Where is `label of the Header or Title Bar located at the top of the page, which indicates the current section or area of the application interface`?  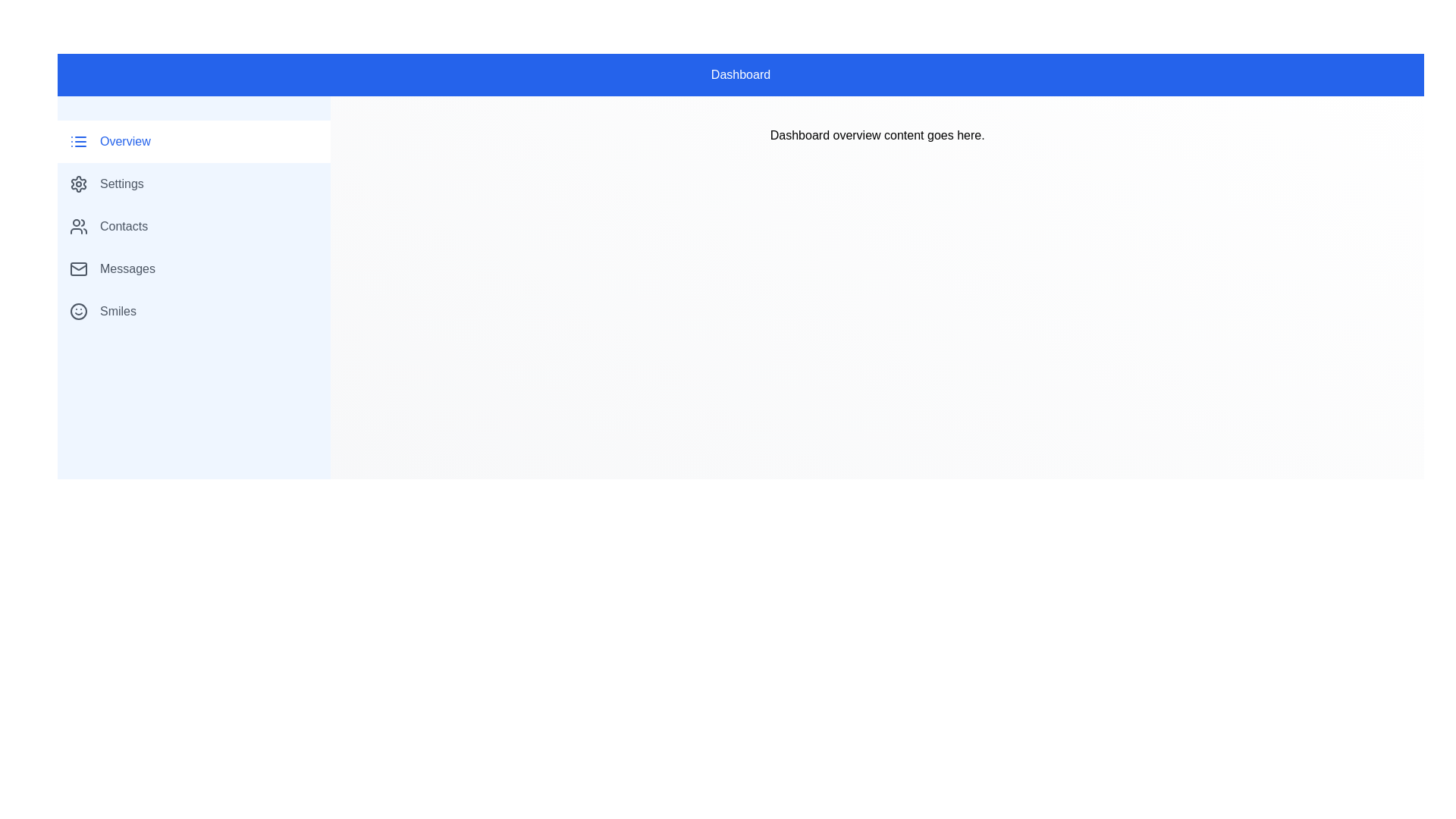 label of the Header or Title Bar located at the top of the page, which indicates the current section or area of the application interface is located at coordinates (741, 75).